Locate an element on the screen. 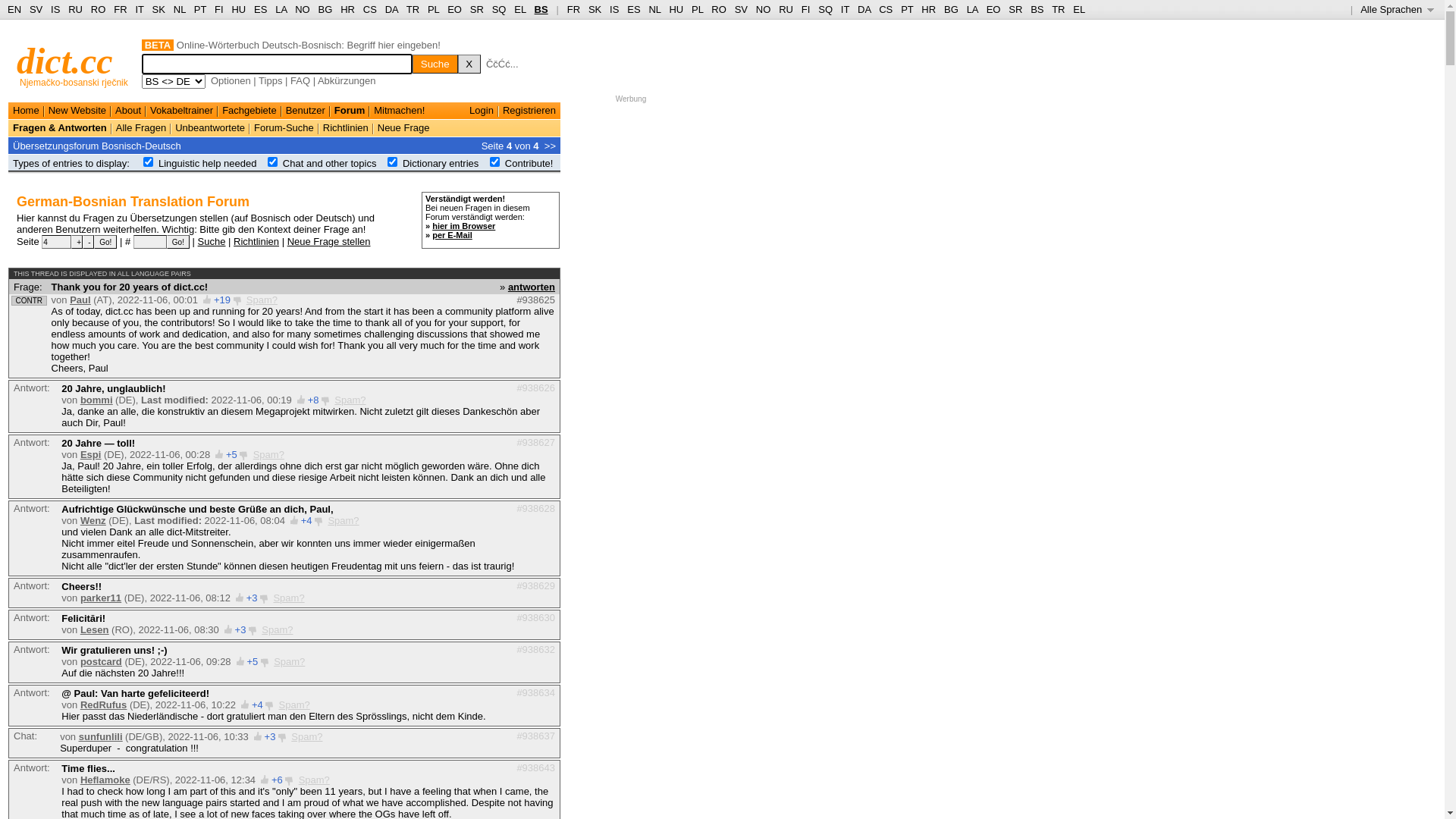 The height and width of the screenshot is (819, 1456). 'German-Bosnian Translation Forum' is located at coordinates (133, 201).